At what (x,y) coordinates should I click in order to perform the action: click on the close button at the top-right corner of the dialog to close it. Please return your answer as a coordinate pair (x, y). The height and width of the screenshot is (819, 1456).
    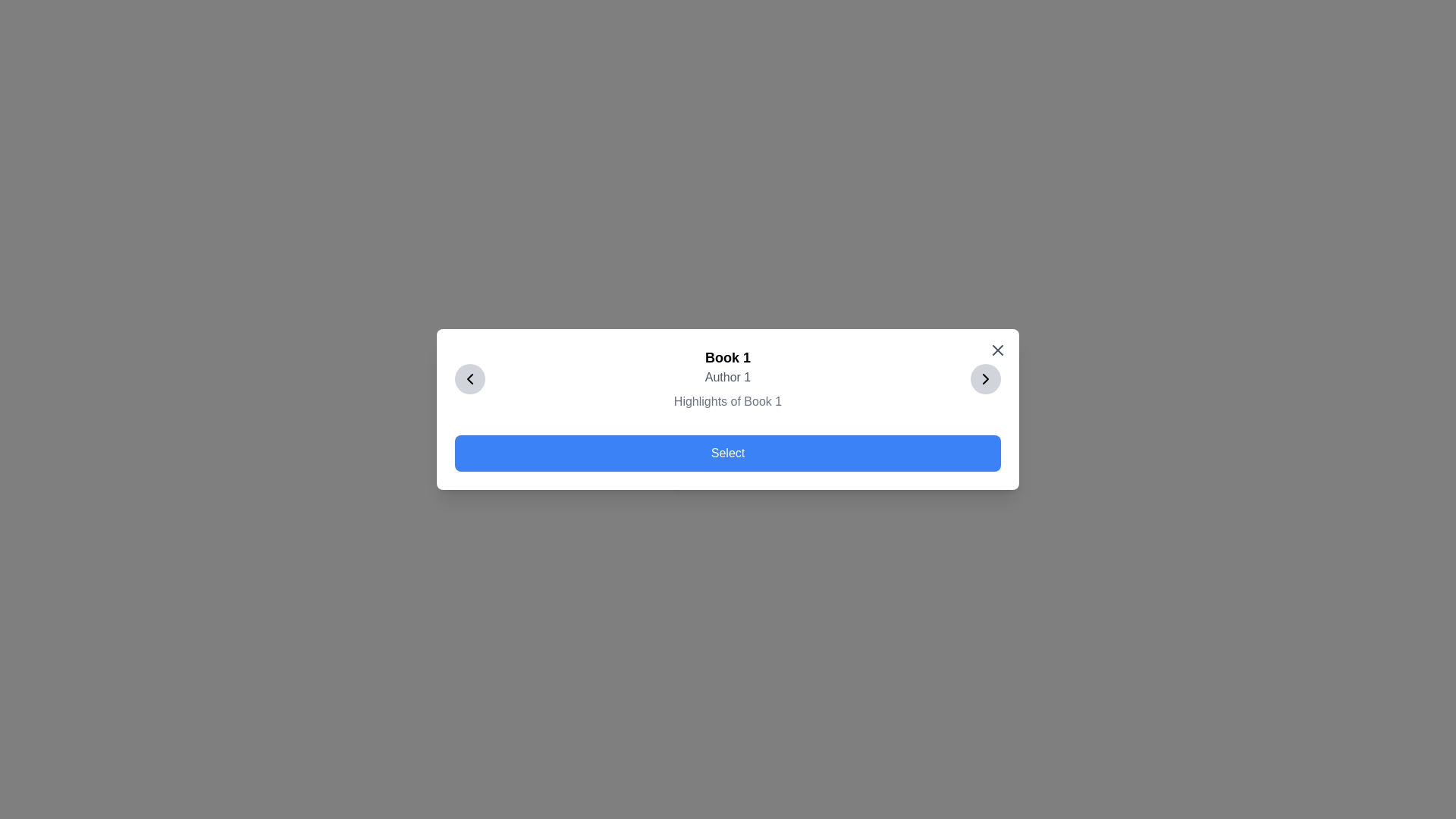
    Looking at the image, I should click on (997, 350).